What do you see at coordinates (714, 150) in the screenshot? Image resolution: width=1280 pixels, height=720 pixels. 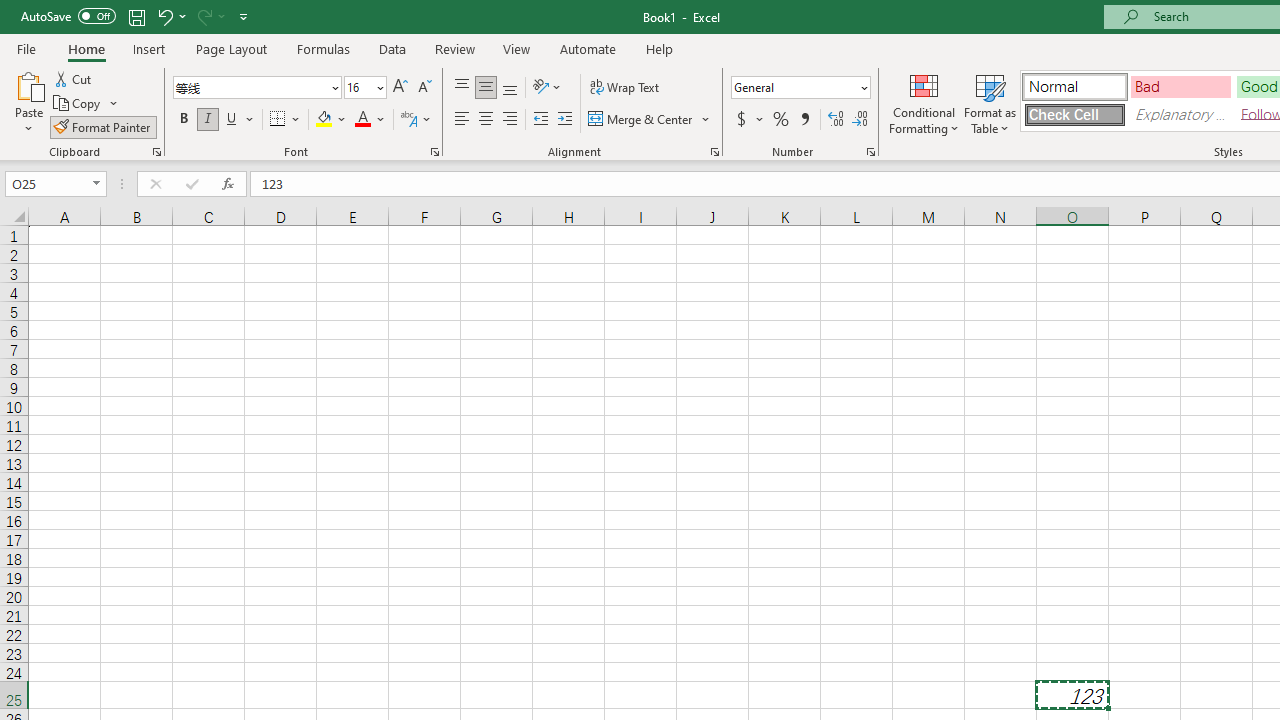 I see `'Format Cell Alignment'` at bounding box center [714, 150].